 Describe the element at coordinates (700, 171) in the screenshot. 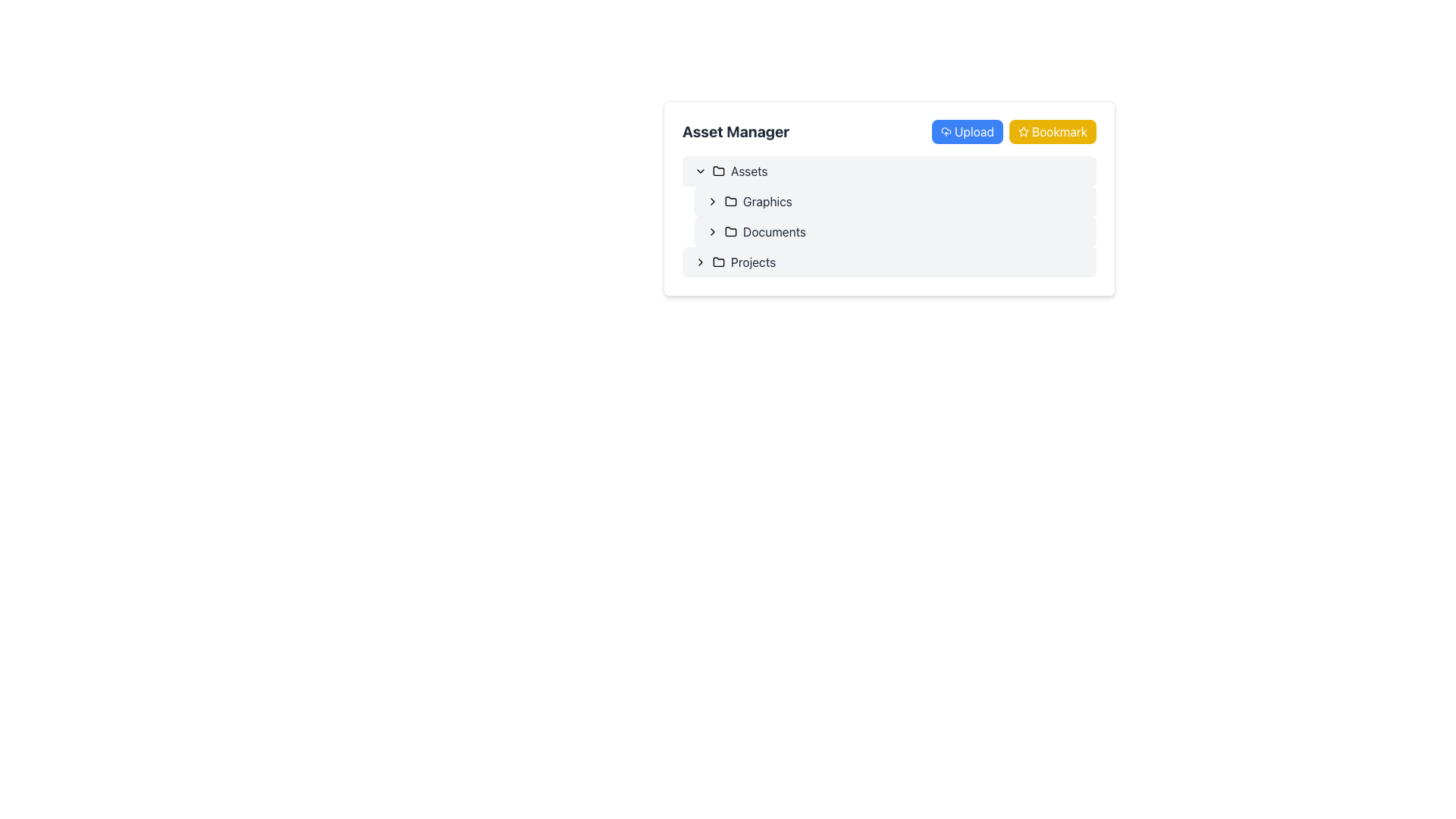

I see `the Chevron icon located immediately to the left of the 'Assets' label` at that location.